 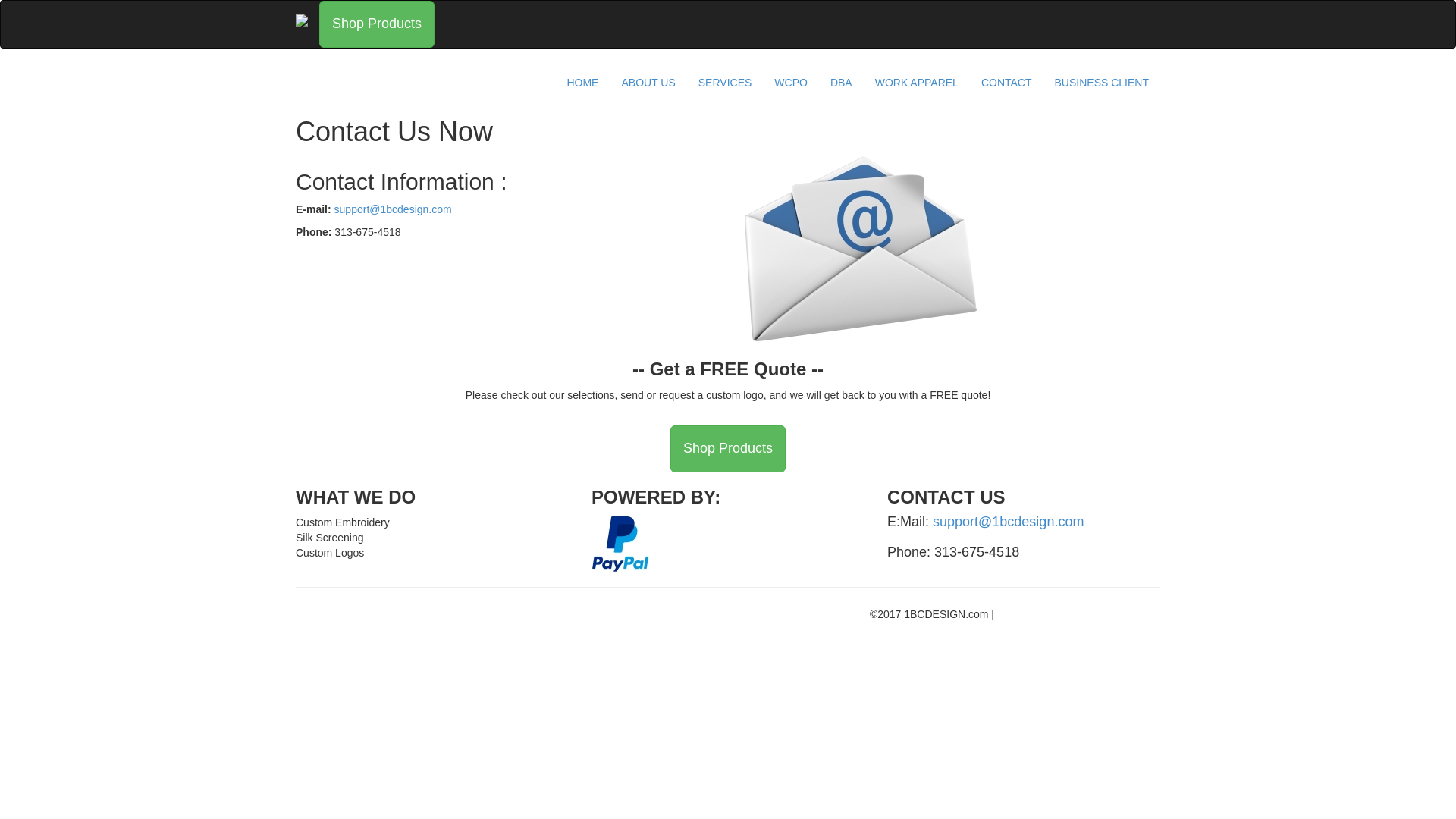 I want to click on 'support@1bcdesign.com', so click(x=1008, y=520).